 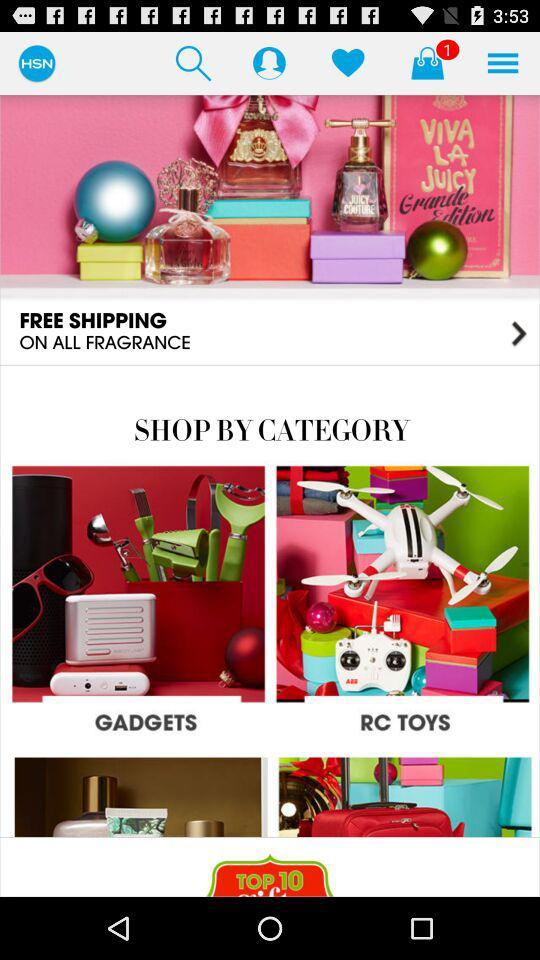 What do you see at coordinates (347, 62) in the screenshot?
I see `like the store` at bounding box center [347, 62].